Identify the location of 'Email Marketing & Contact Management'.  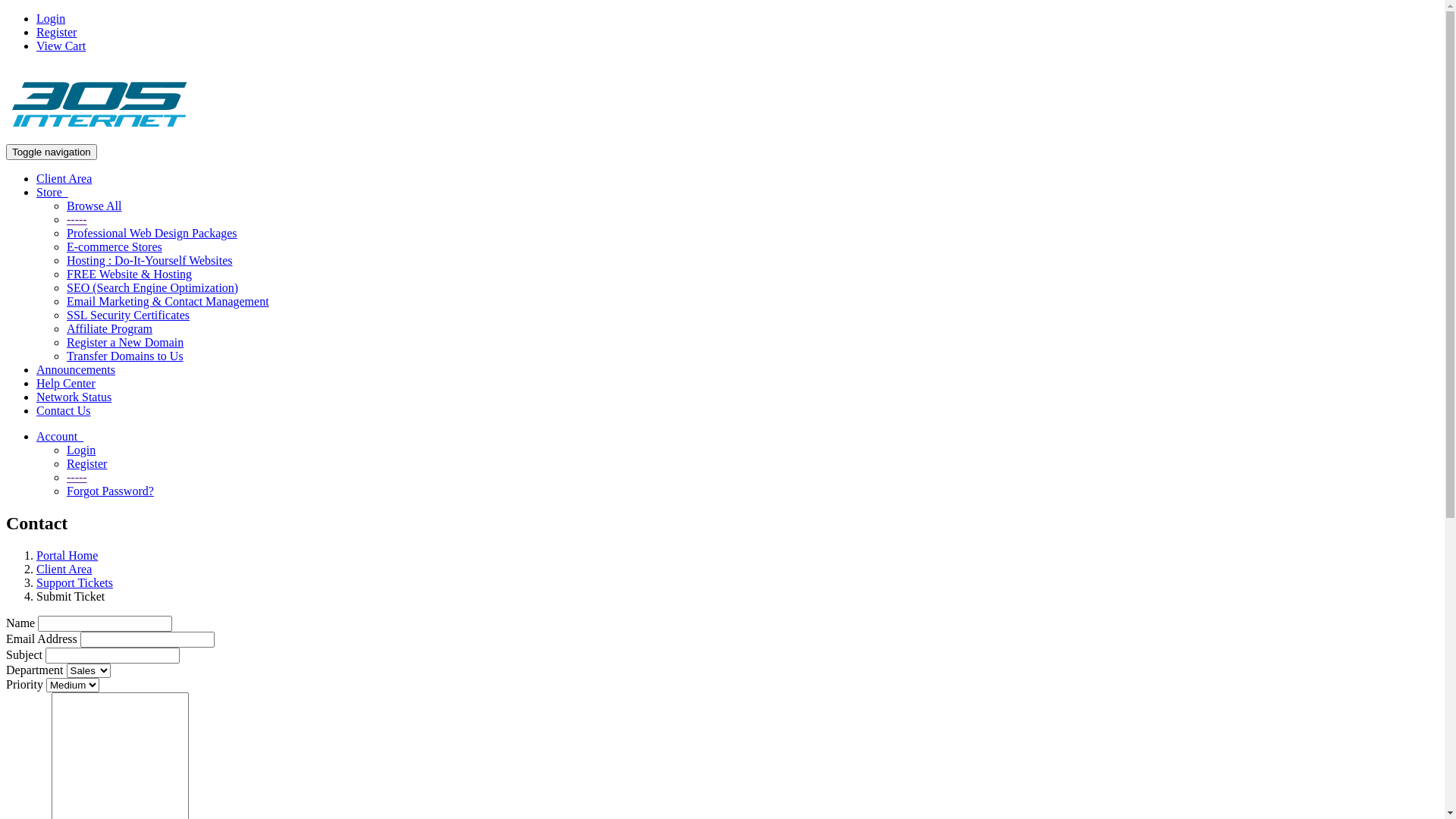
(168, 301).